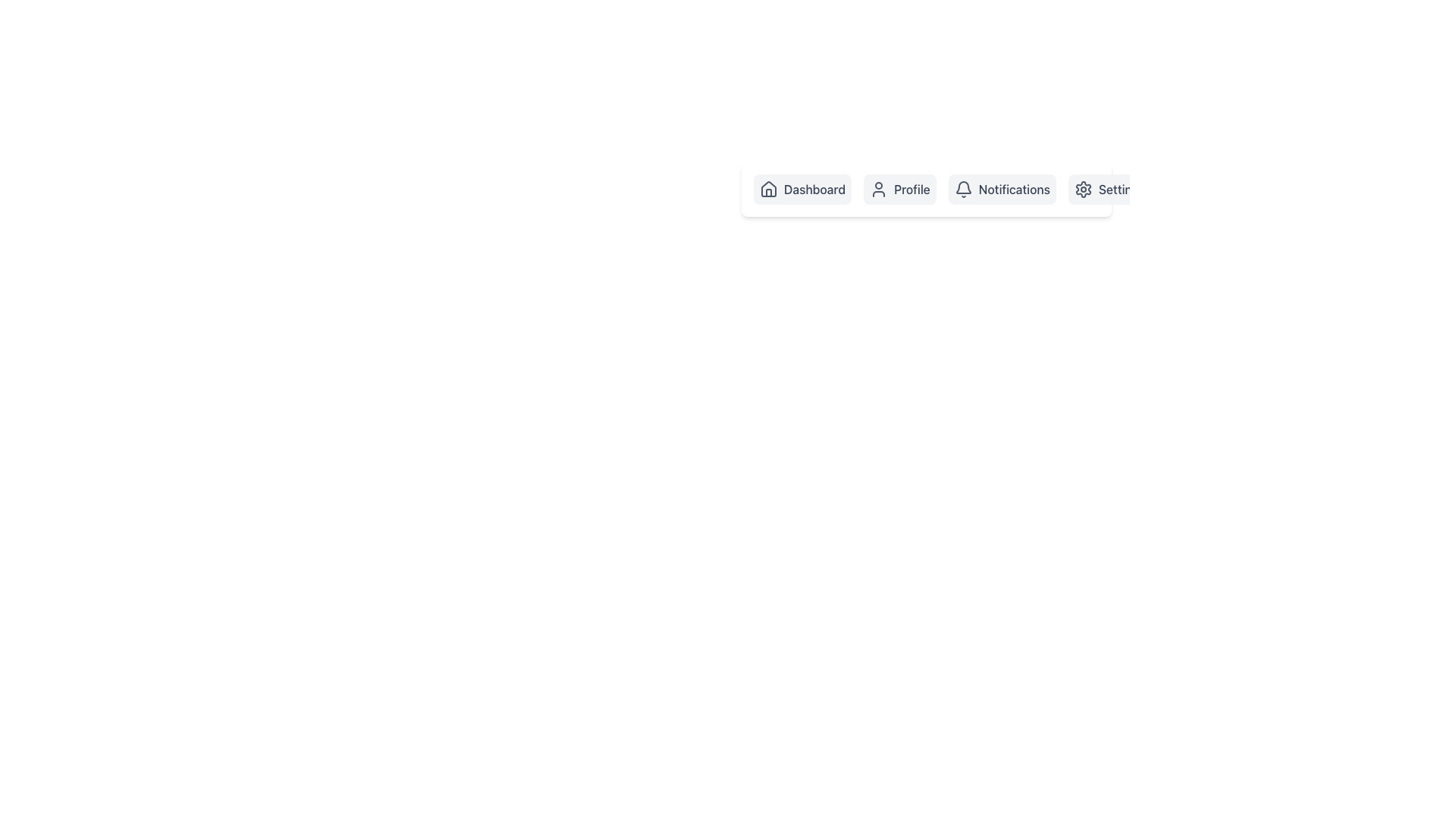 This screenshot has height=819, width=1456. Describe the element at coordinates (879, 189) in the screenshot. I see `the 'Profile' icon located in the navigation bar` at that location.